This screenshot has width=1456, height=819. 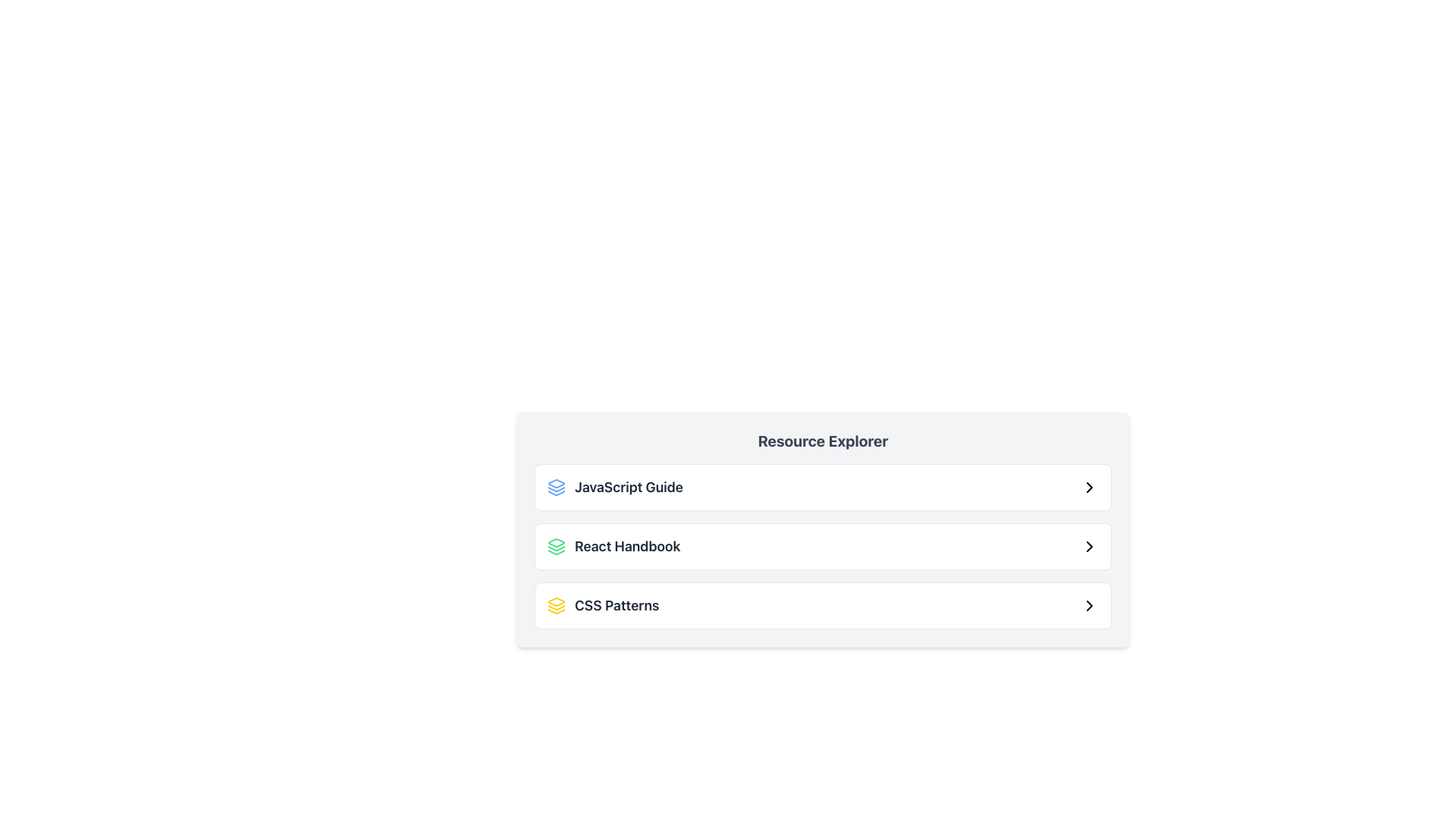 I want to click on the decorative icon representing 'CSS Patterns' located in the bottom entry of the 'Resource Explorer' list, to the left of the text 'CSS Patterns', so click(x=556, y=604).